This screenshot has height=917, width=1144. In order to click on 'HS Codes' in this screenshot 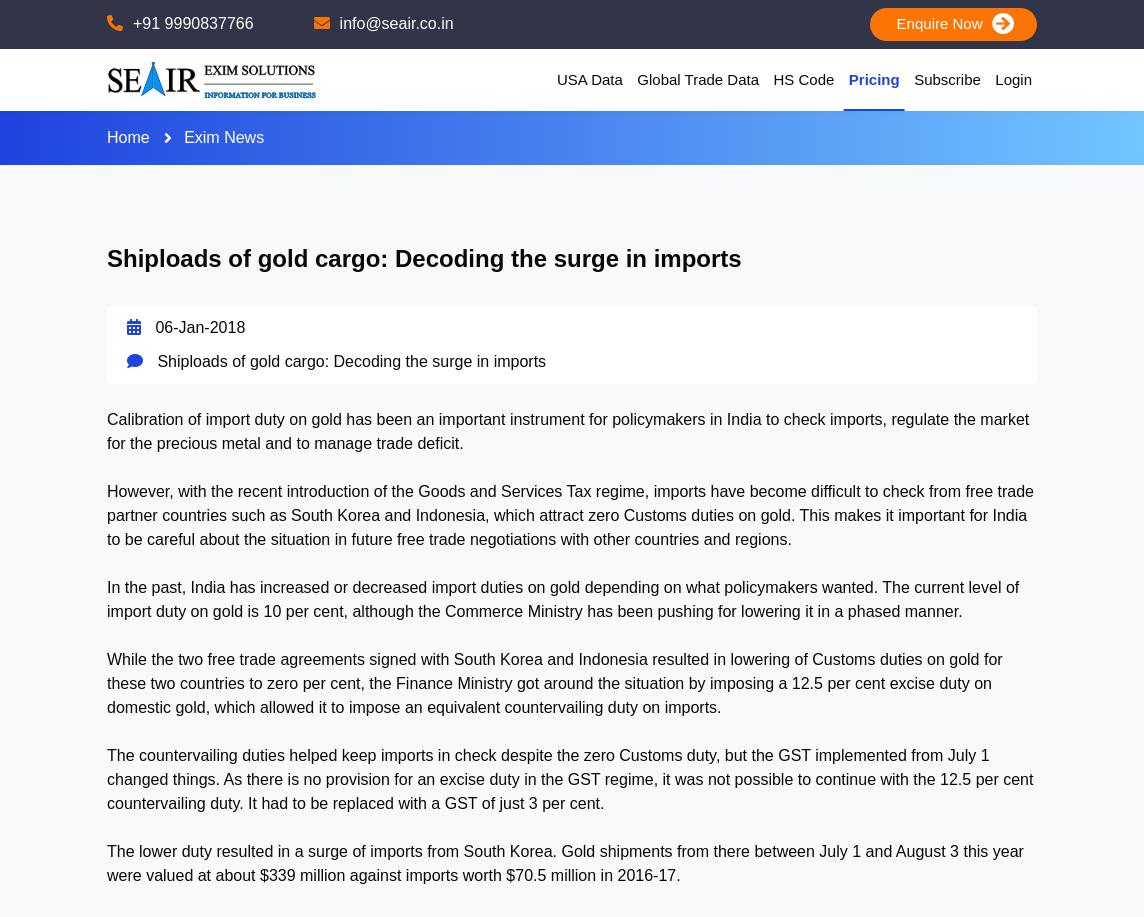, I will do `click(889, 96)`.